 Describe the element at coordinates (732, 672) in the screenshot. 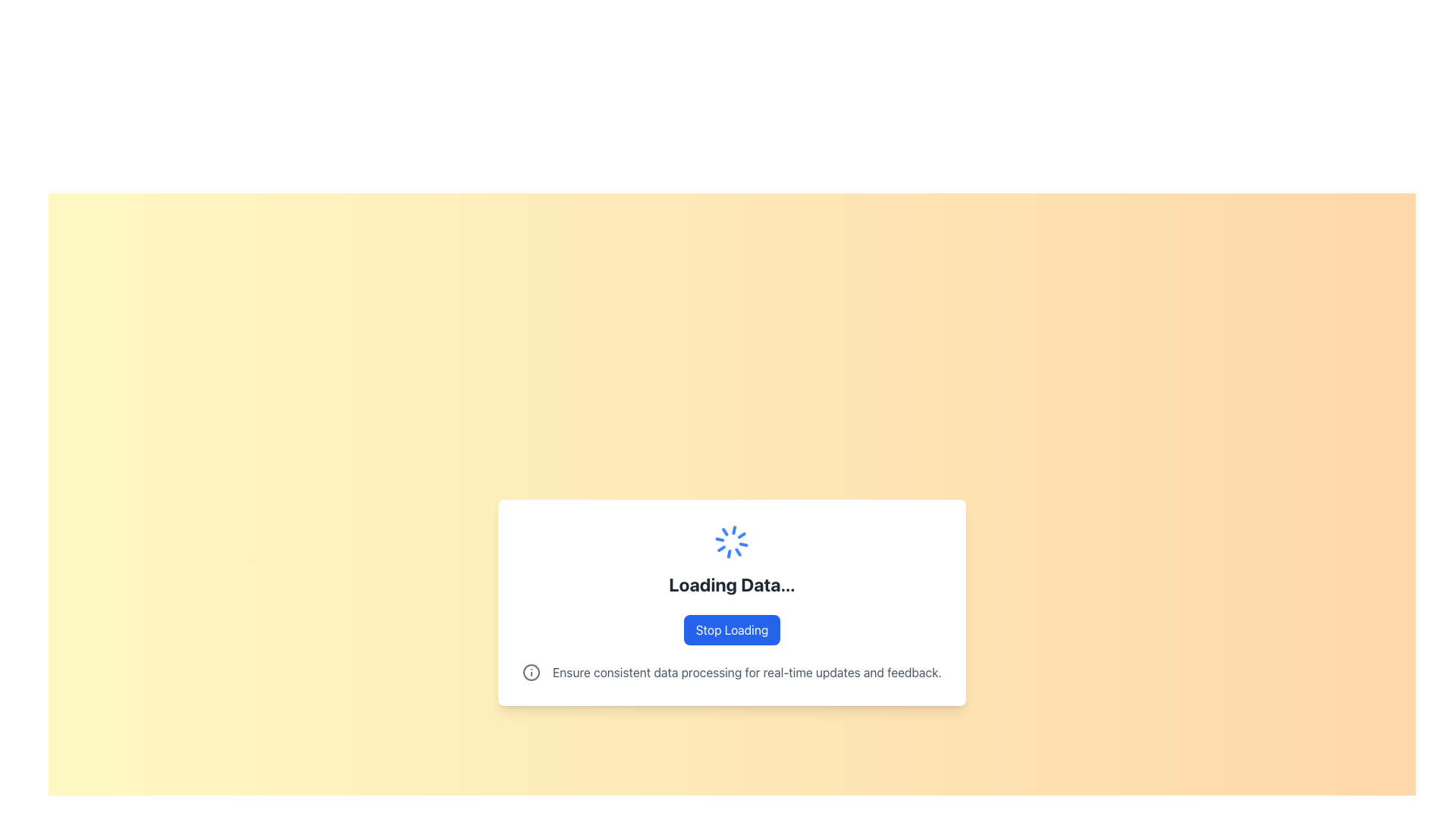

I see `the informational text area that says 'Ensure consistent data processing for real-time updates and feedback.' to possibly reveal further detailed information` at that location.